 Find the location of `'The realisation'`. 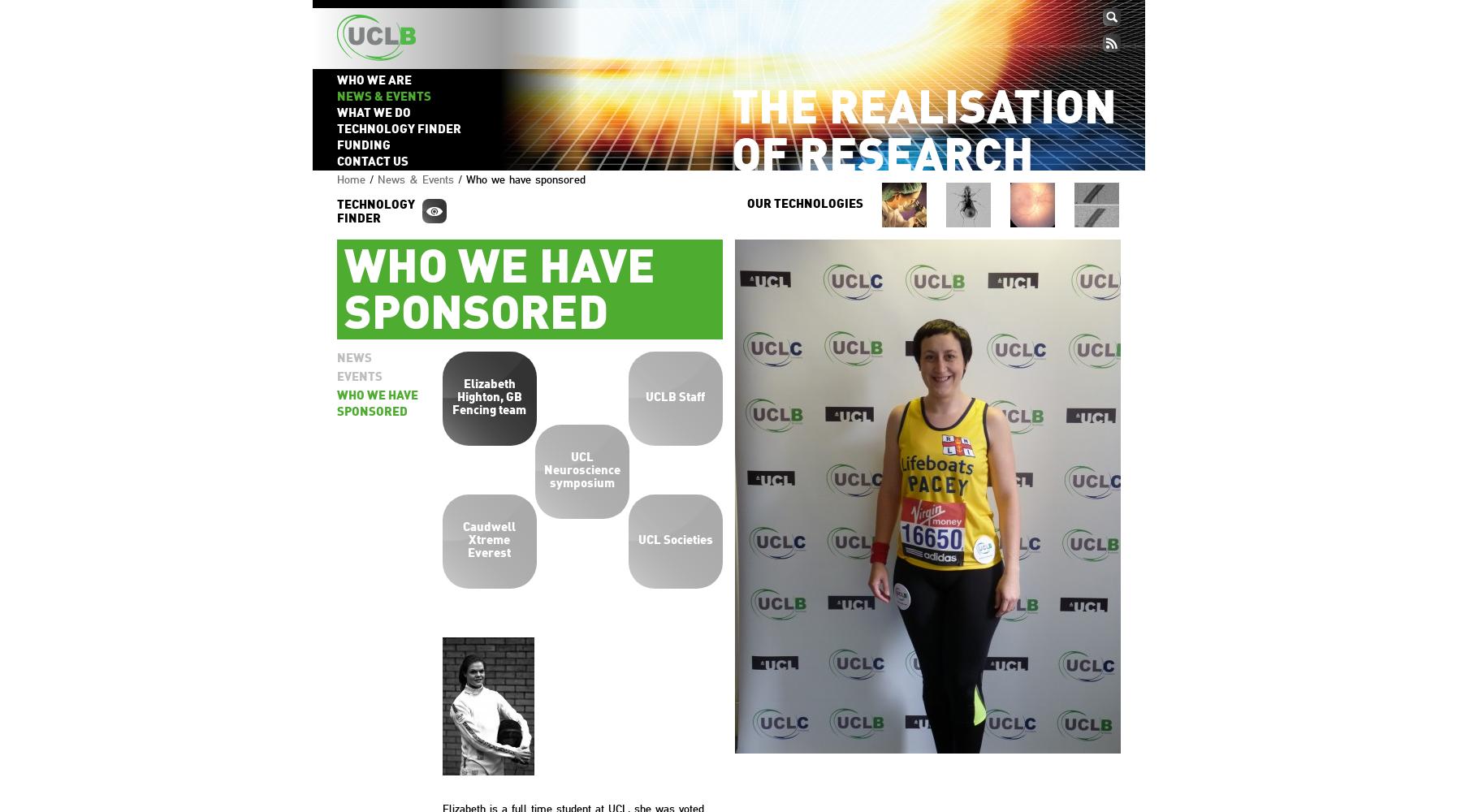

'The realisation' is located at coordinates (923, 110).